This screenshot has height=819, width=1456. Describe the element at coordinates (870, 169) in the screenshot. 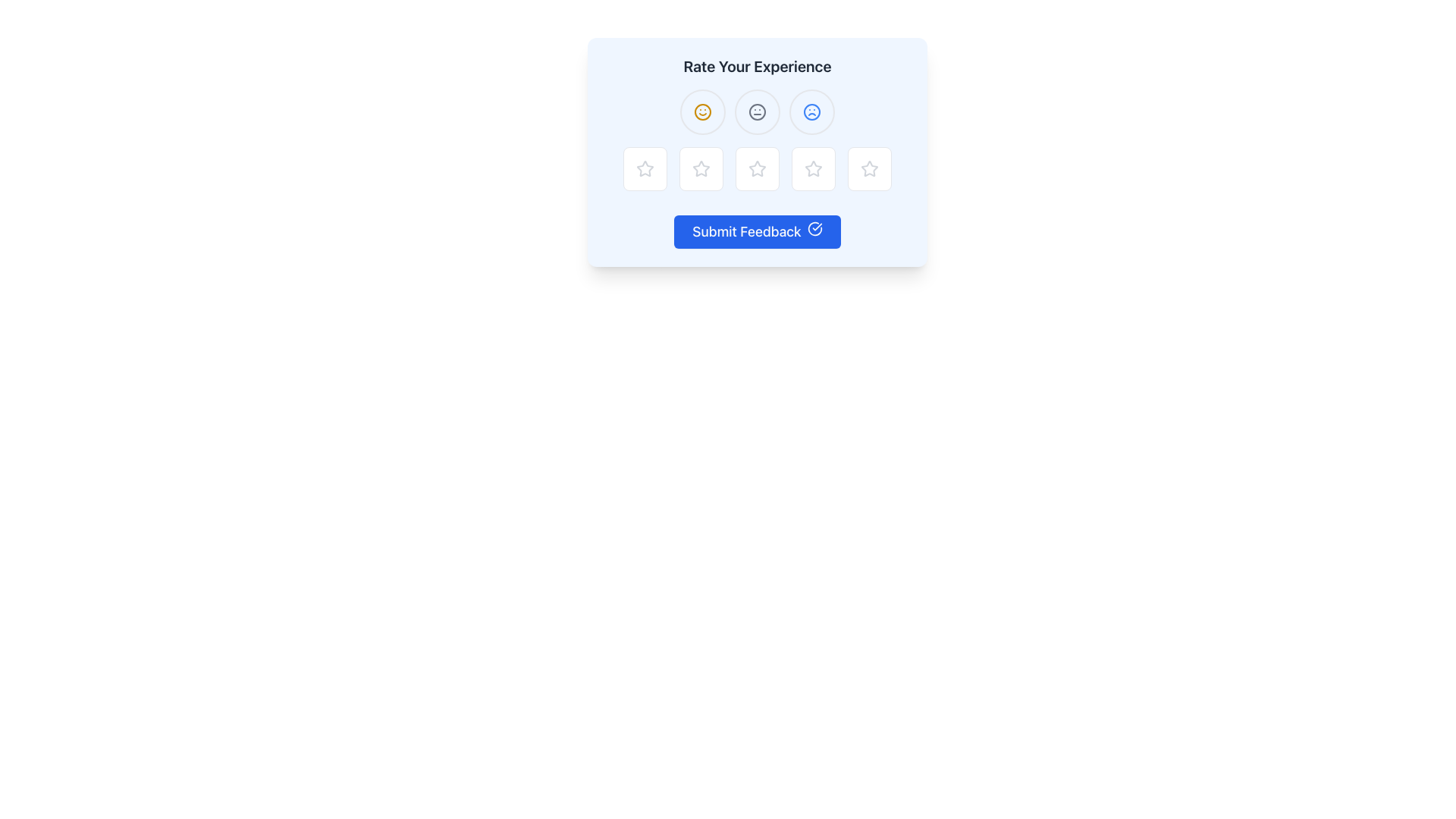

I see `the fifth star-shaped icon in the Star Rating Component` at that location.